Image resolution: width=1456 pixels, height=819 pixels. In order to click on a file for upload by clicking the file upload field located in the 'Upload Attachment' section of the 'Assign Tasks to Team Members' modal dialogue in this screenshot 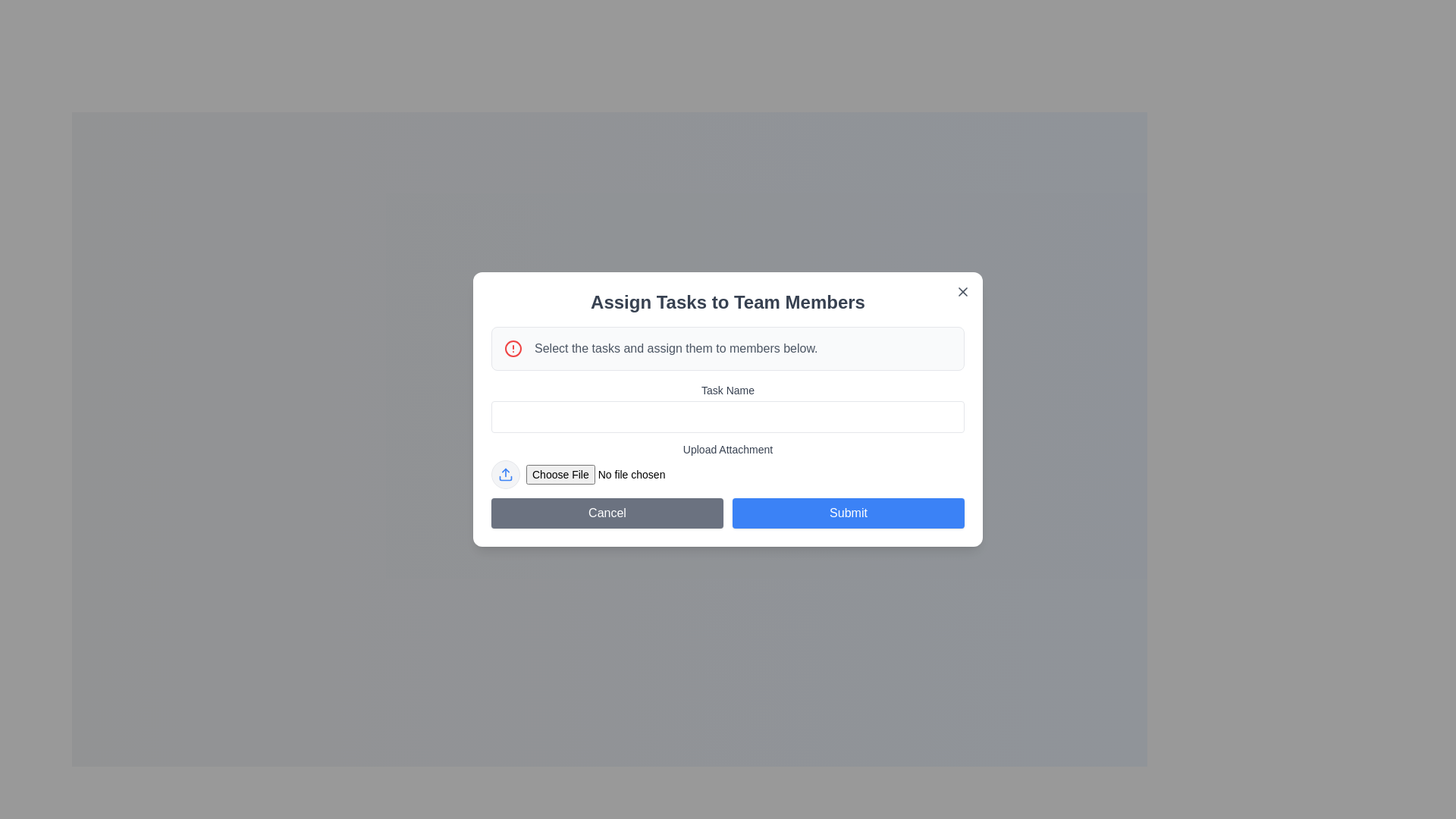, I will do `click(728, 473)`.